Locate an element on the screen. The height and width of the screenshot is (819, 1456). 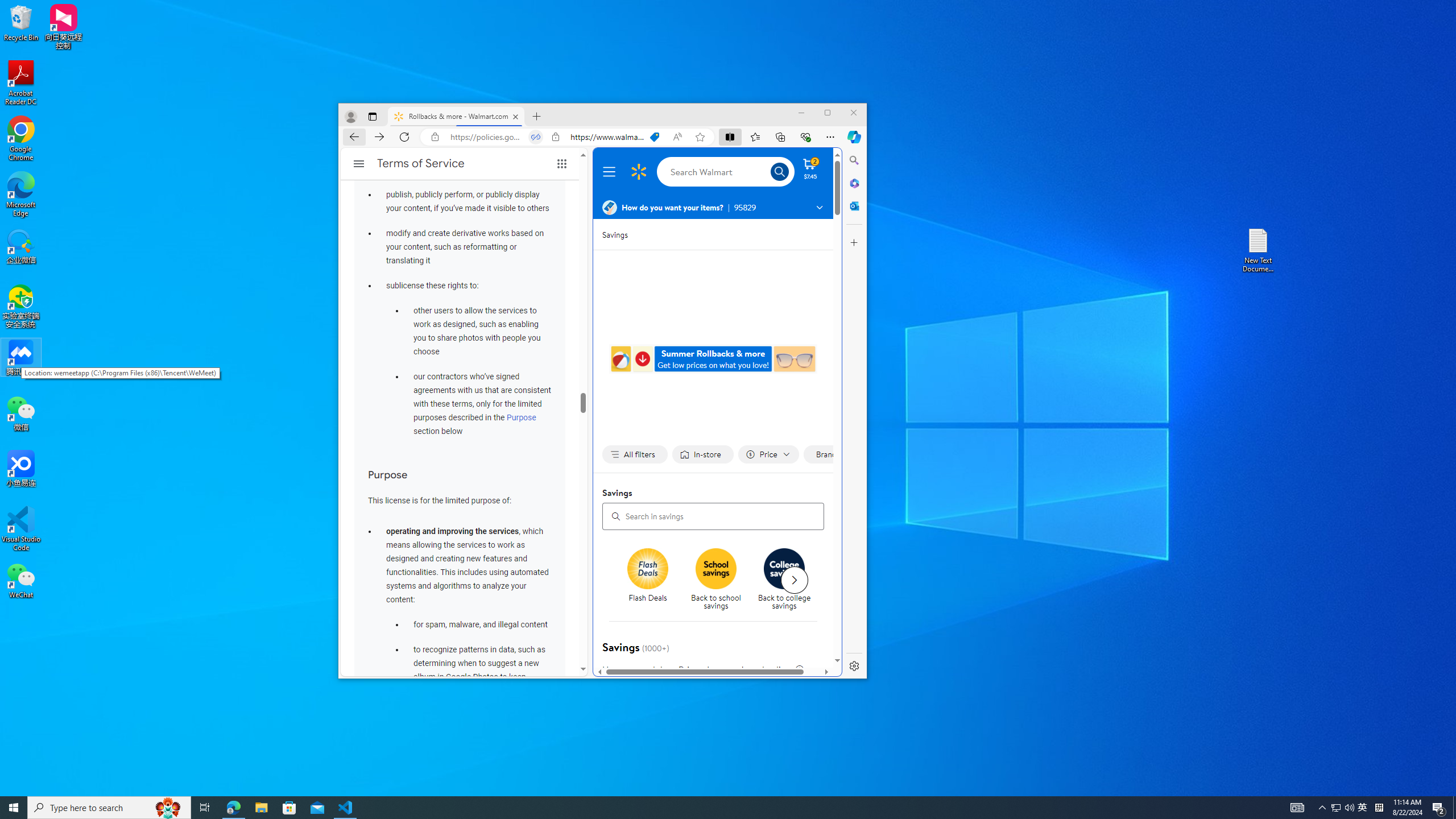
'New Text Document (2)' is located at coordinates (1259, 249).